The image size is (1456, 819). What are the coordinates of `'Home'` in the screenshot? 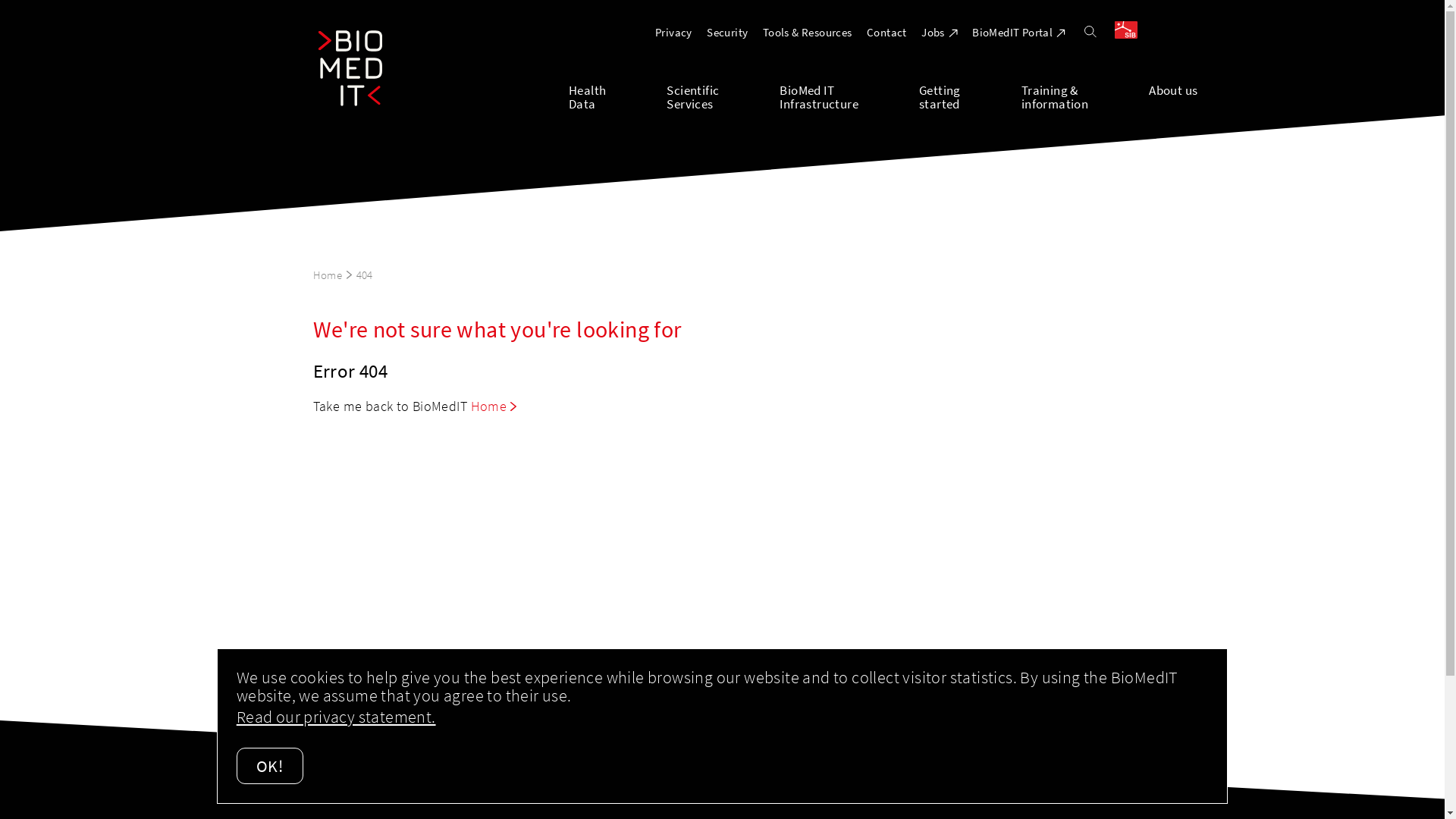 It's located at (494, 405).